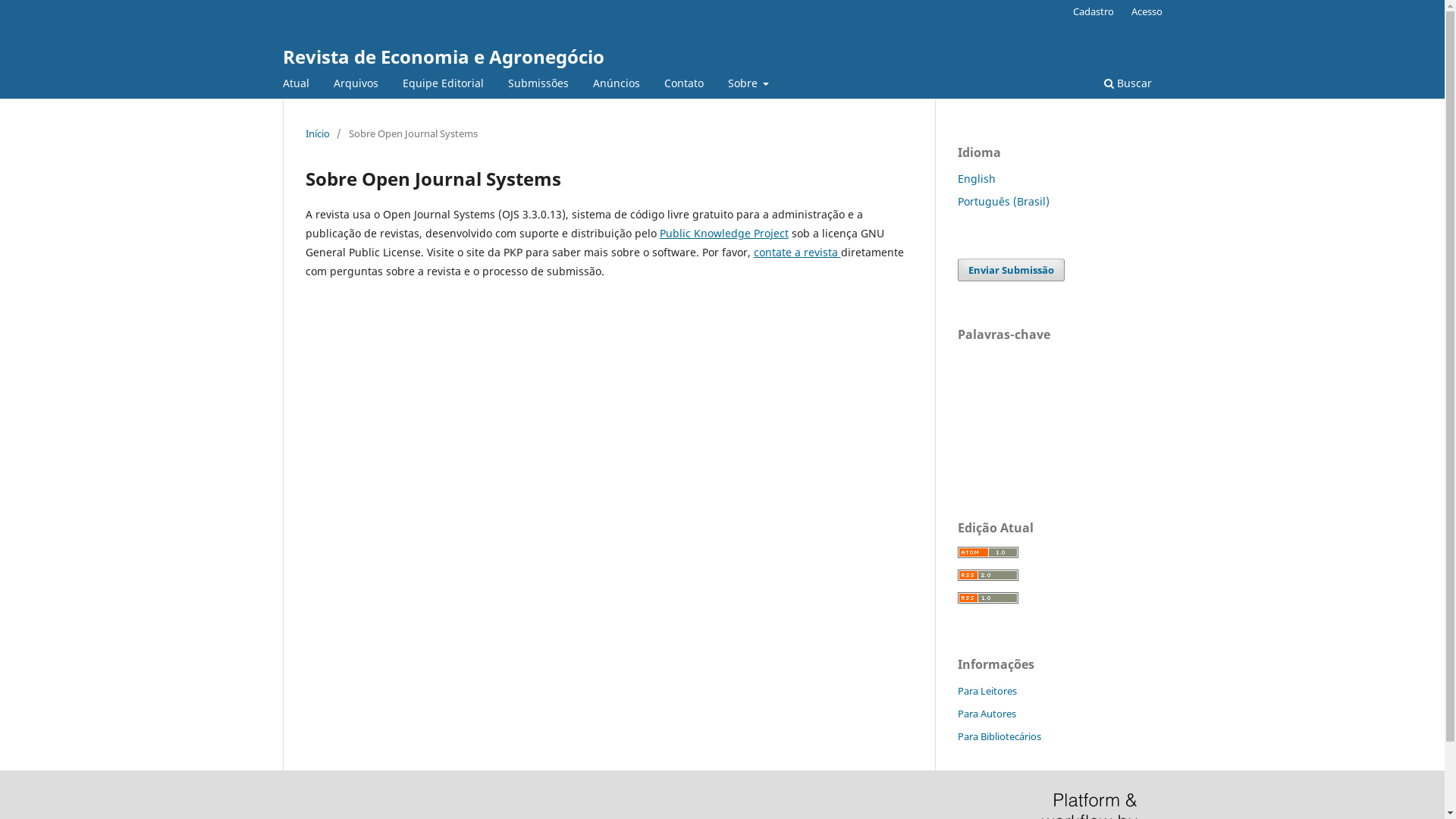 This screenshot has height=819, width=1456. Describe the element at coordinates (1147, 11) in the screenshot. I see `'Acesso'` at that location.